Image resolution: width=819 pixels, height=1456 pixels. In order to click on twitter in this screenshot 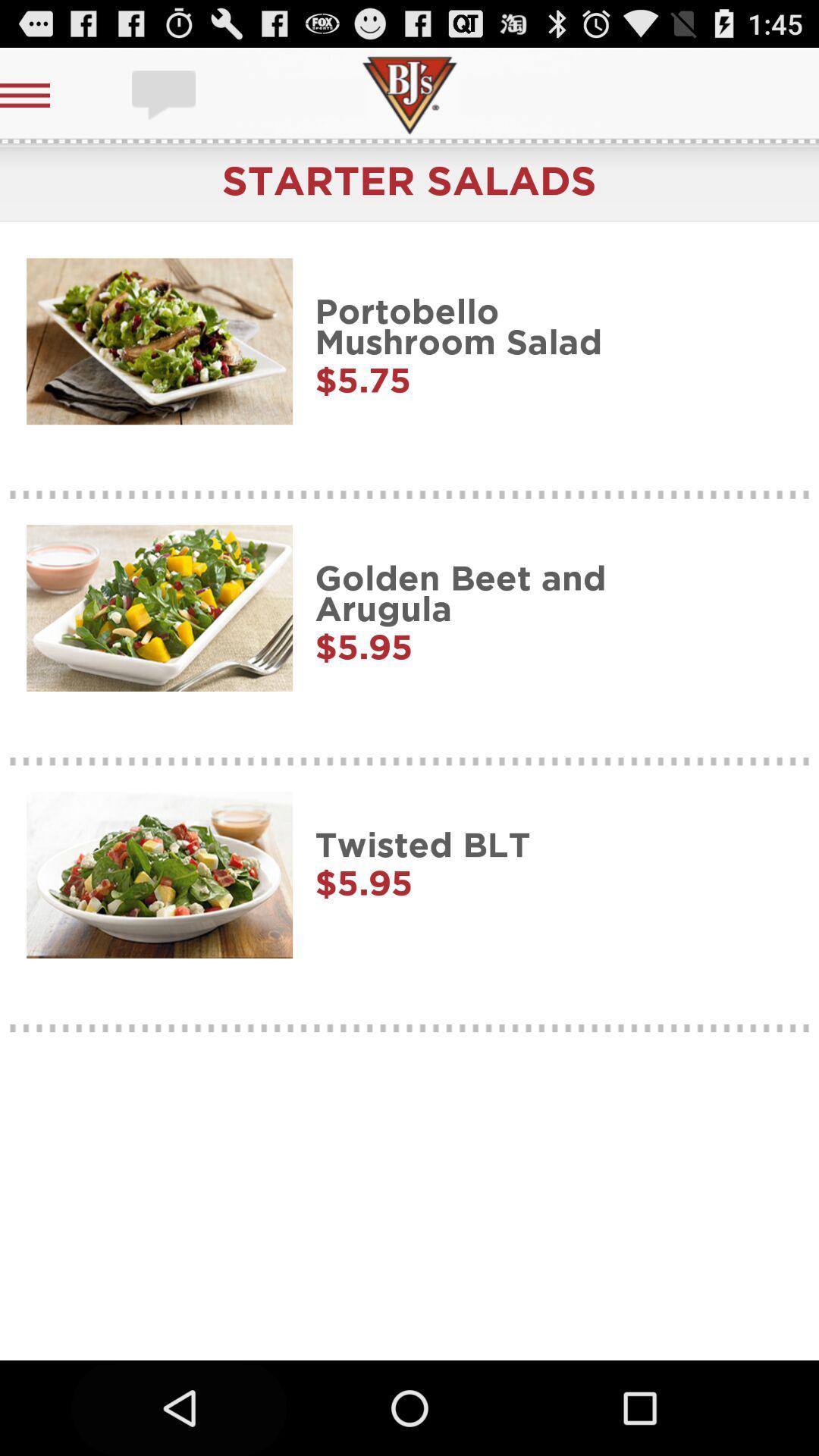, I will do `click(165, 94)`.